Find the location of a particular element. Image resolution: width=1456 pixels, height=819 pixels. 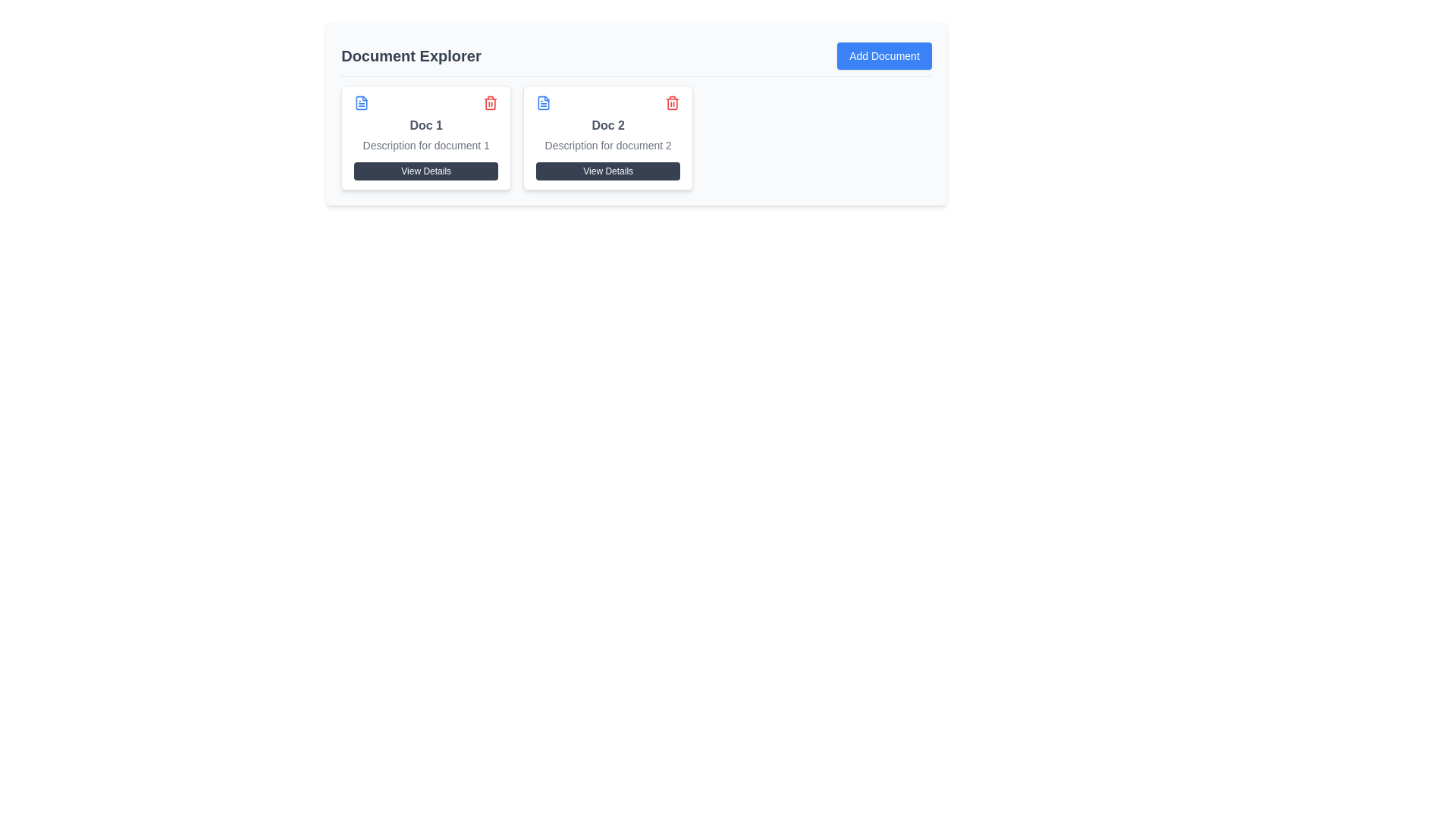

the bold 'Document Explorer' text label located at the top left of the header section is located at coordinates (411, 55).